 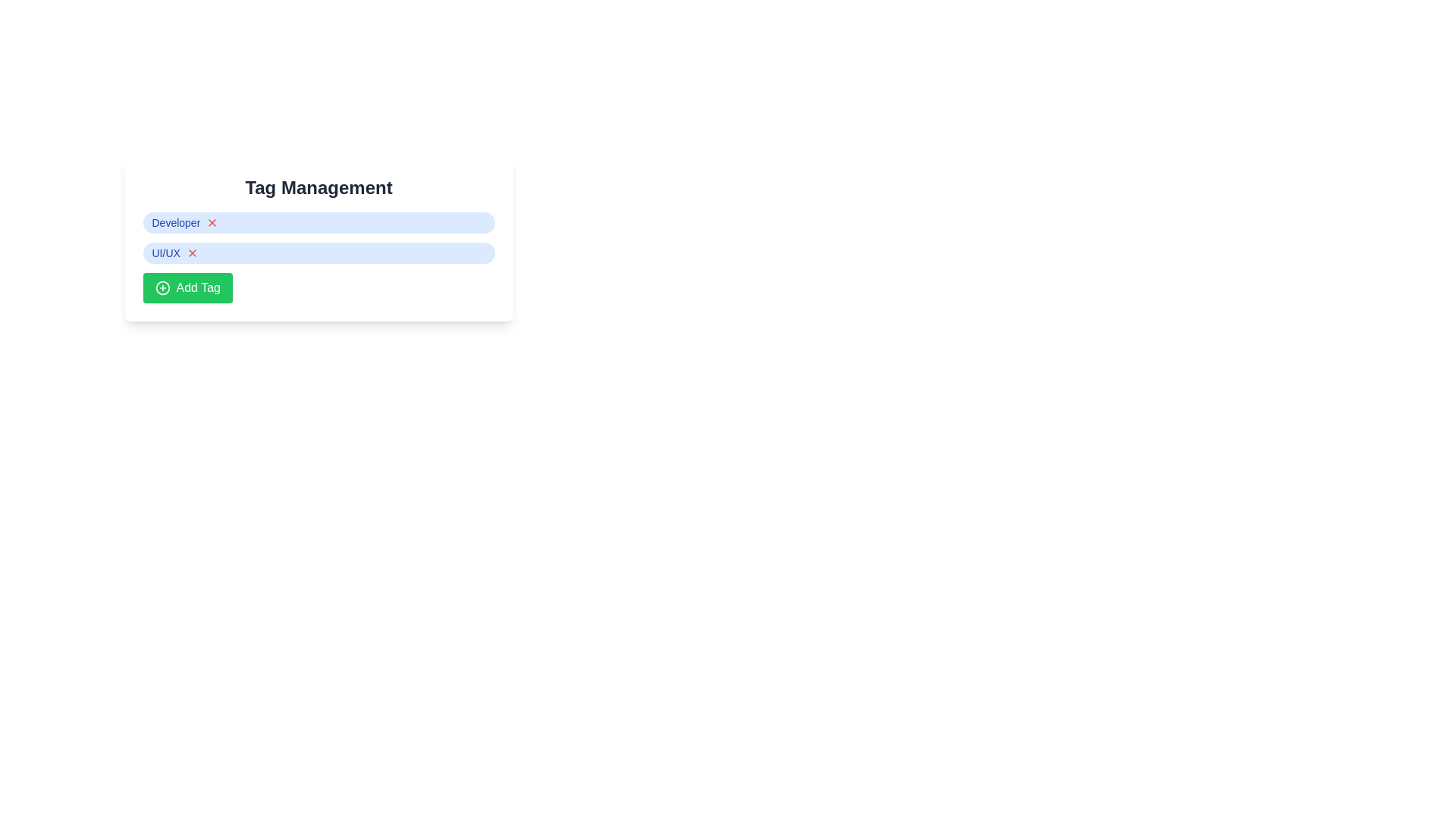 What do you see at coordinates (166, 253) in the screenshot?
I see `text label 'UI/UX' located inside a pill-shaped badge in the second row of tags under 'Tag Management'` at bounding box center [166, 253].